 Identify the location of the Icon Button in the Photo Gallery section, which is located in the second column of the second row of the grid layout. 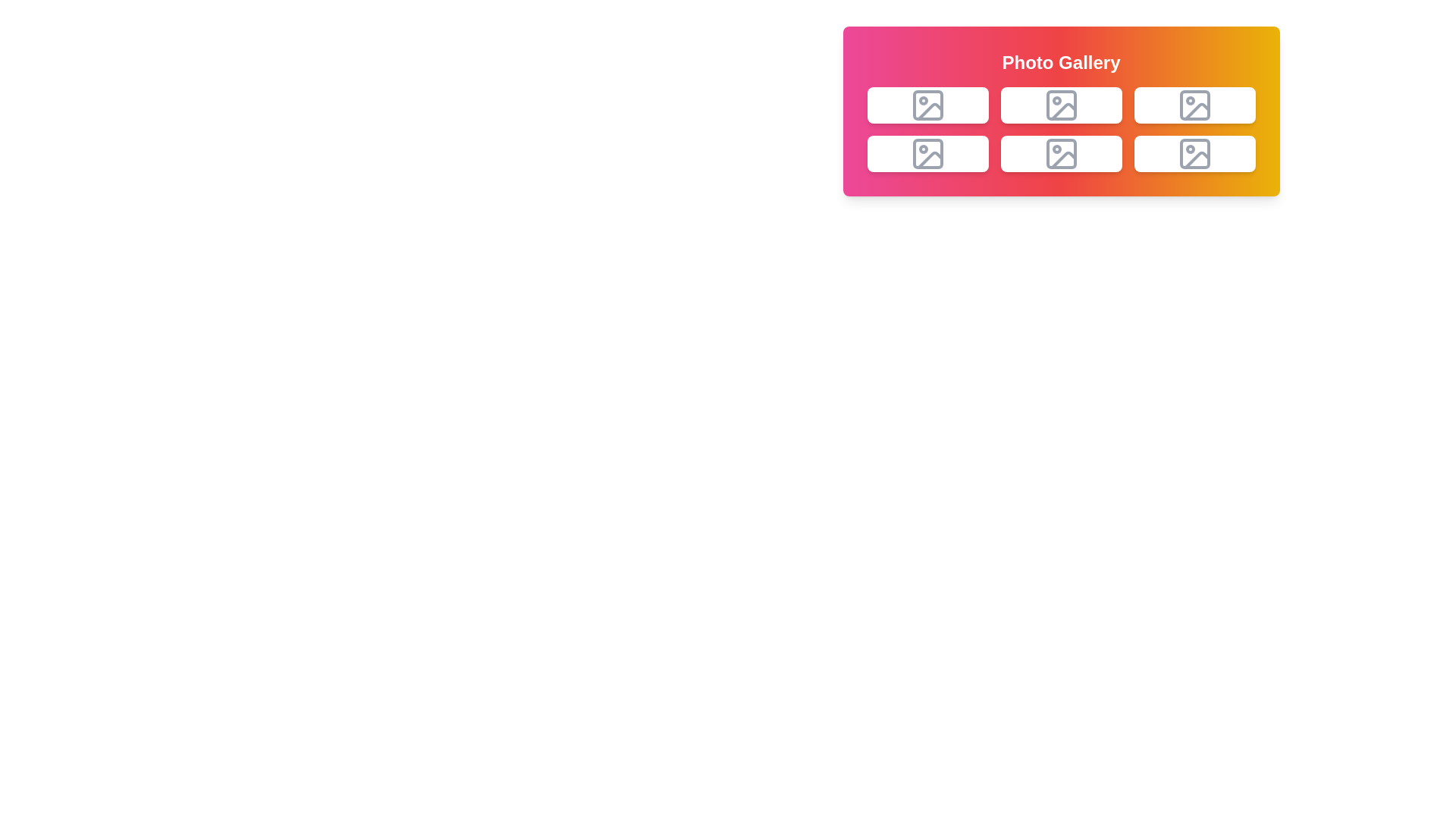
(1040, 154).